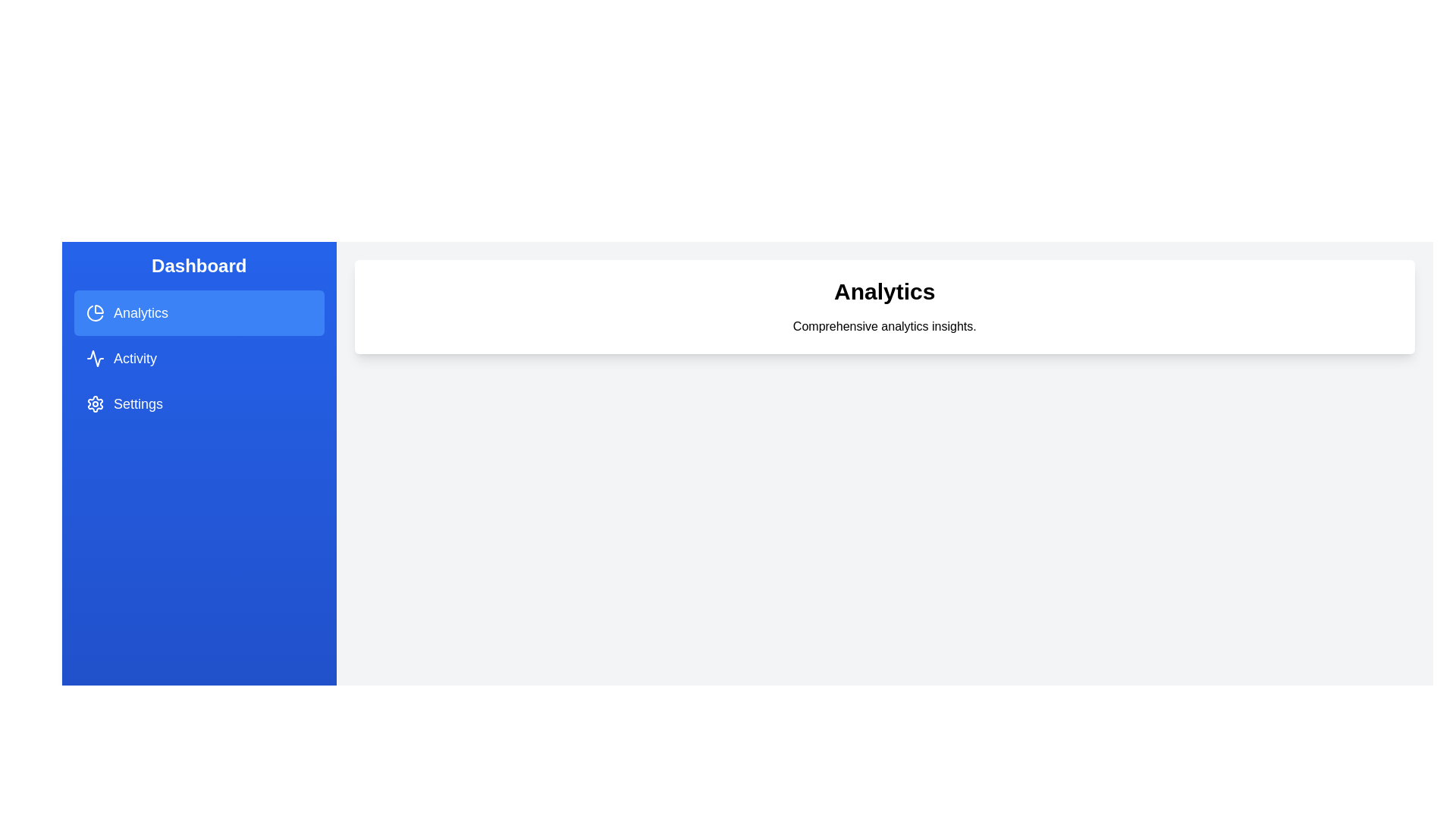  Describe the element at coordinates (94, 359) in the screenshot. I see `the waveform activity icon located in the sidebar under the 'Activity' menu option` at that location.